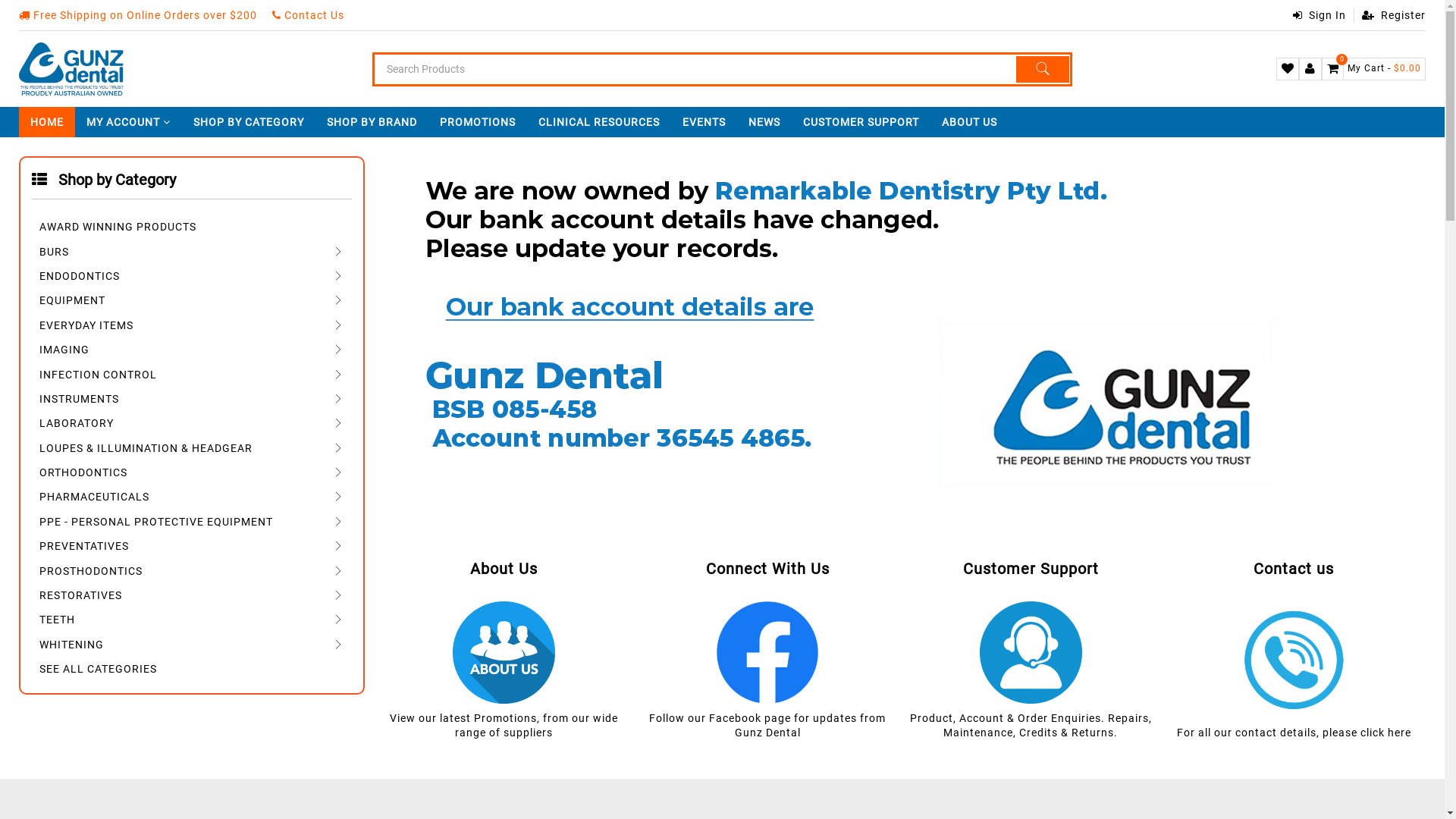 This screenshot has height=819, width=1456. I want to click on 'PROMOTIONS', so click(476, 121).